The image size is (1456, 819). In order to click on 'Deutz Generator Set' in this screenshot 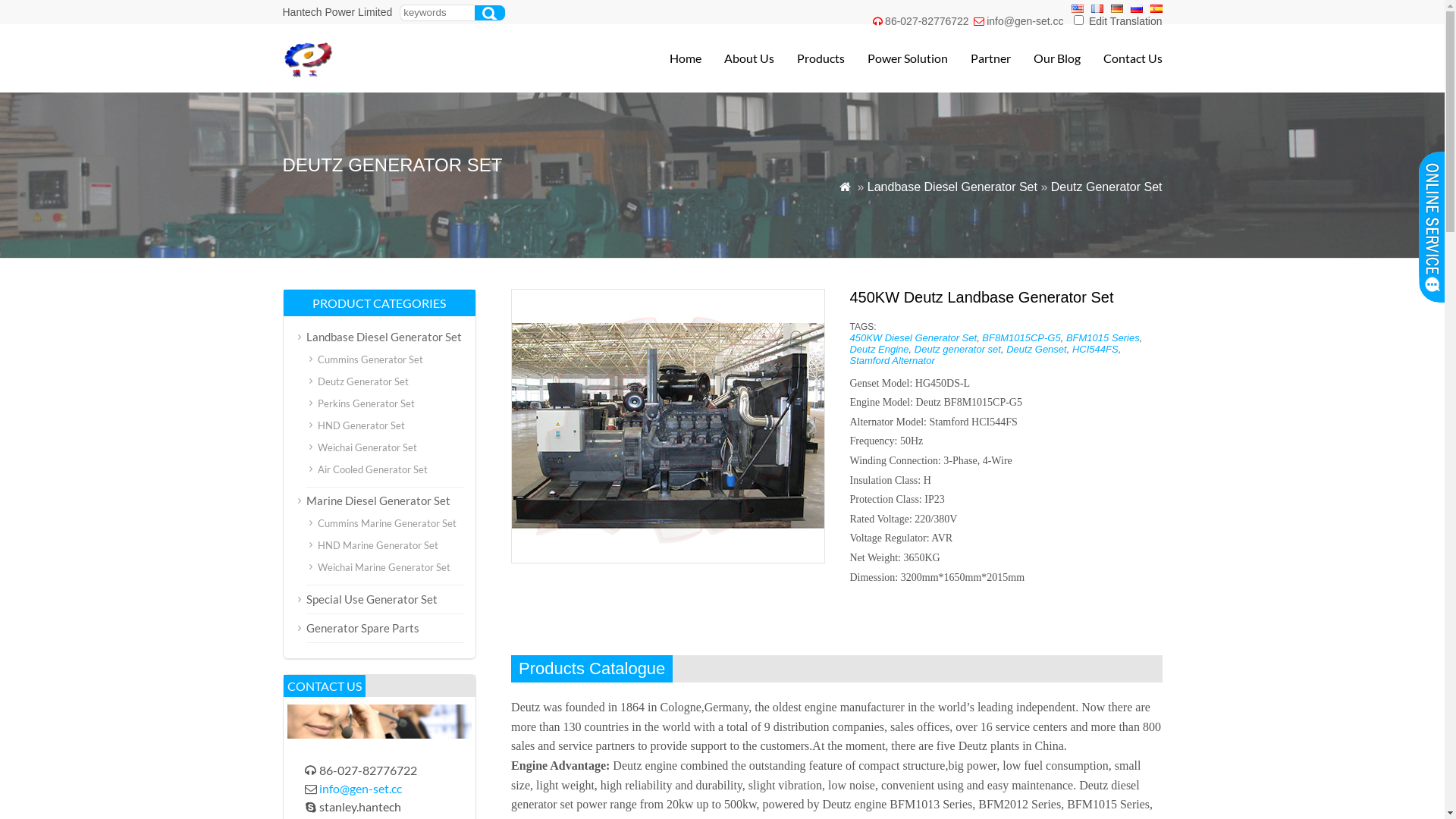, I will do `click(362, 380)`.